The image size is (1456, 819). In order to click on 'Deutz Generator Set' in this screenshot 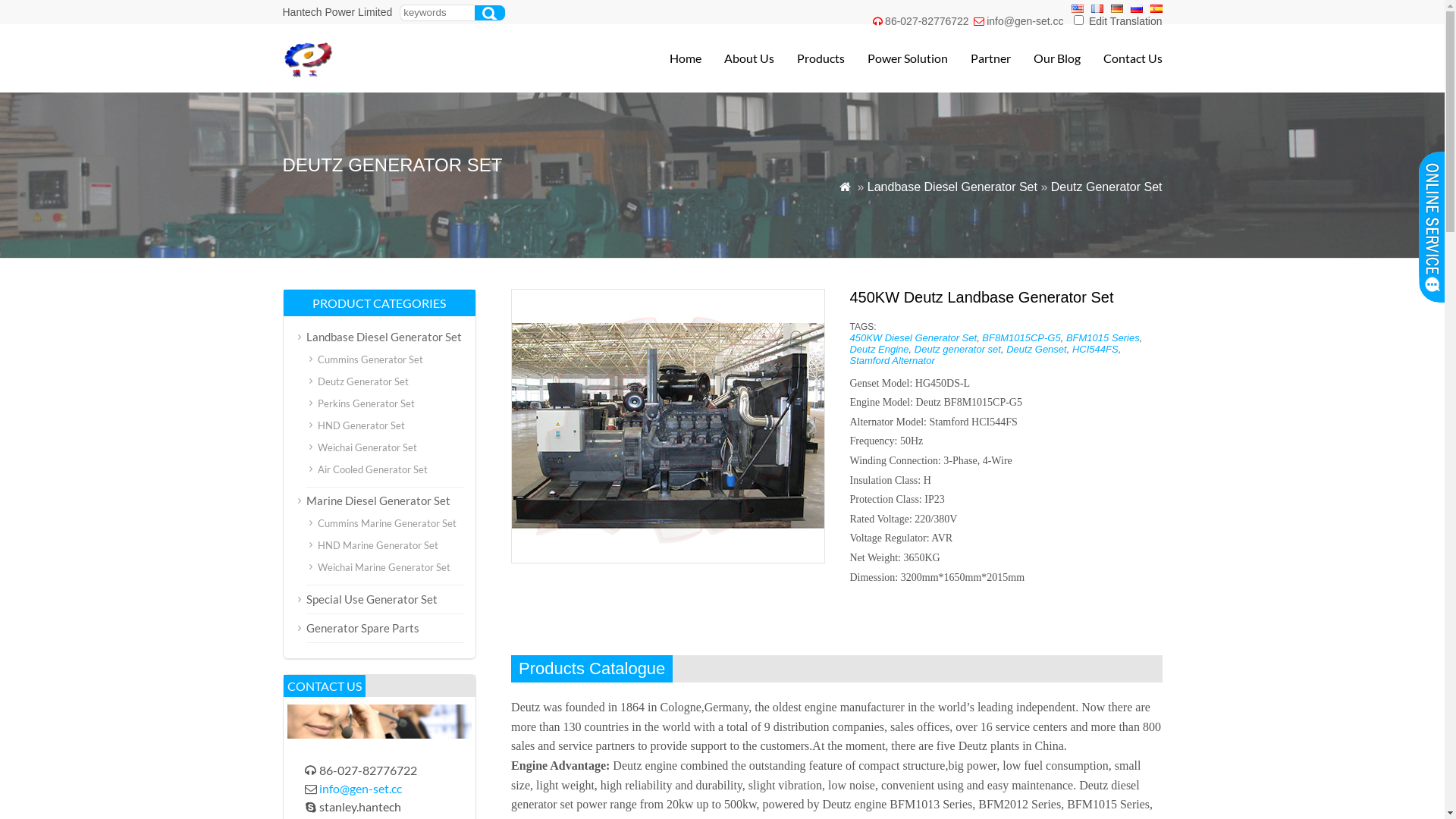, I will do `click(362, 380)`.